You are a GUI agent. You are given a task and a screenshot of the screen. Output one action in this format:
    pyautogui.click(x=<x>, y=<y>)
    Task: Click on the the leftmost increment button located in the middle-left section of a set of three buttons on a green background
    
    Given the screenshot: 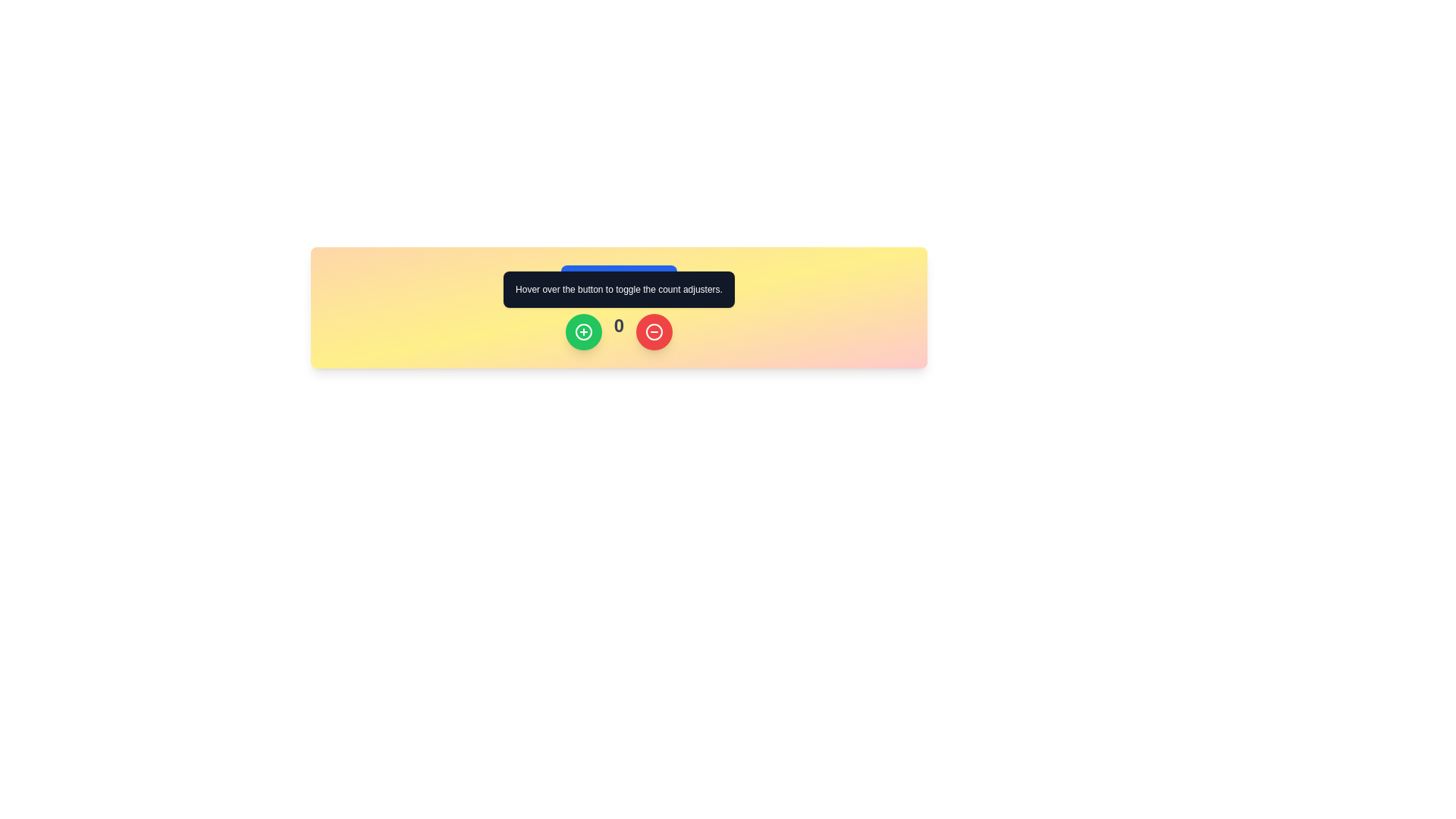 What is the action you would take?
    pyautogui.click(x=582, y=331)
    